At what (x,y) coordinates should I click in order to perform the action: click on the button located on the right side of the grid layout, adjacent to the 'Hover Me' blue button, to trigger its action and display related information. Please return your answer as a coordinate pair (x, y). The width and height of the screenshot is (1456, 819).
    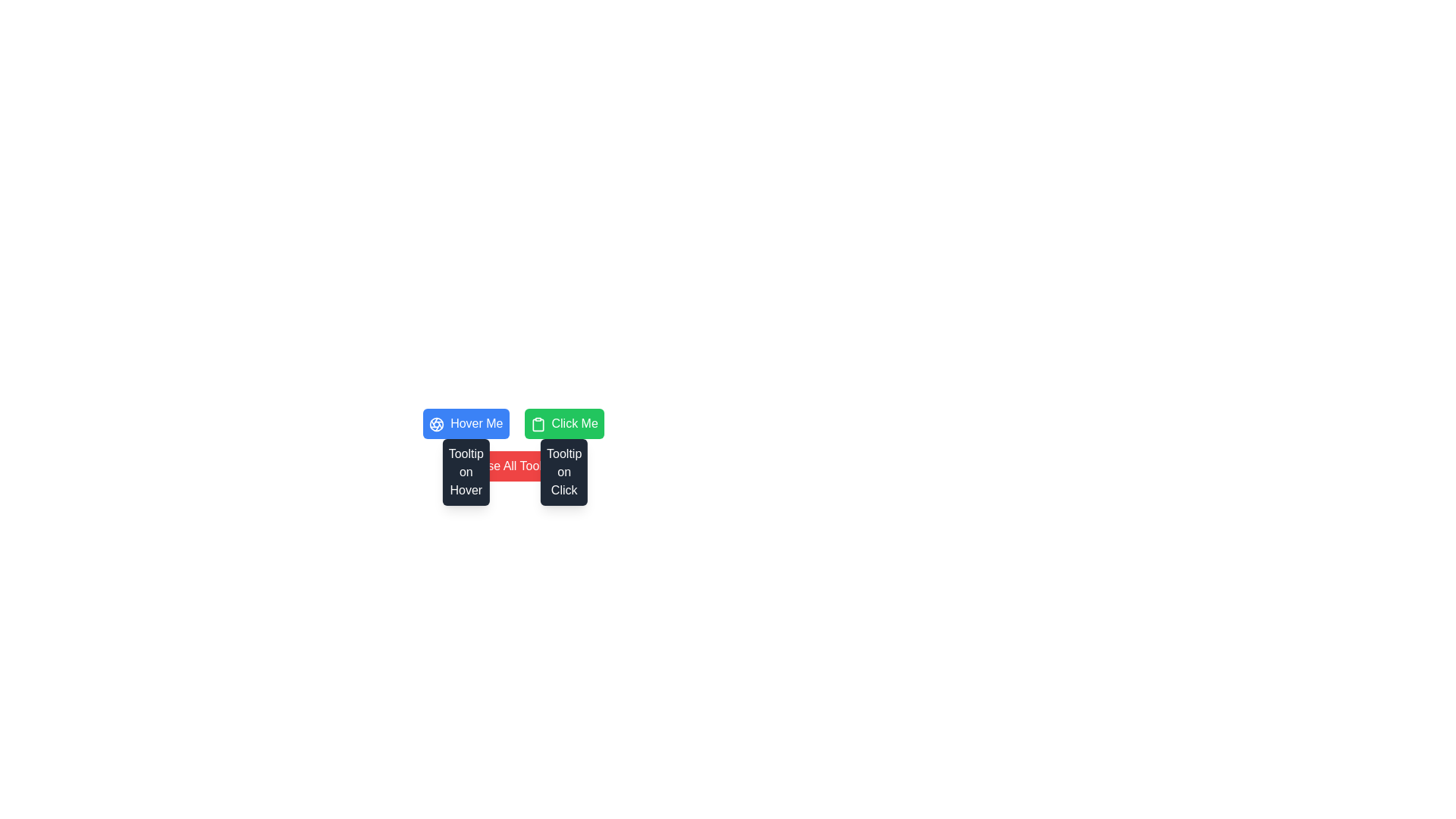
    Looking at the image, I should click on (563, 424).